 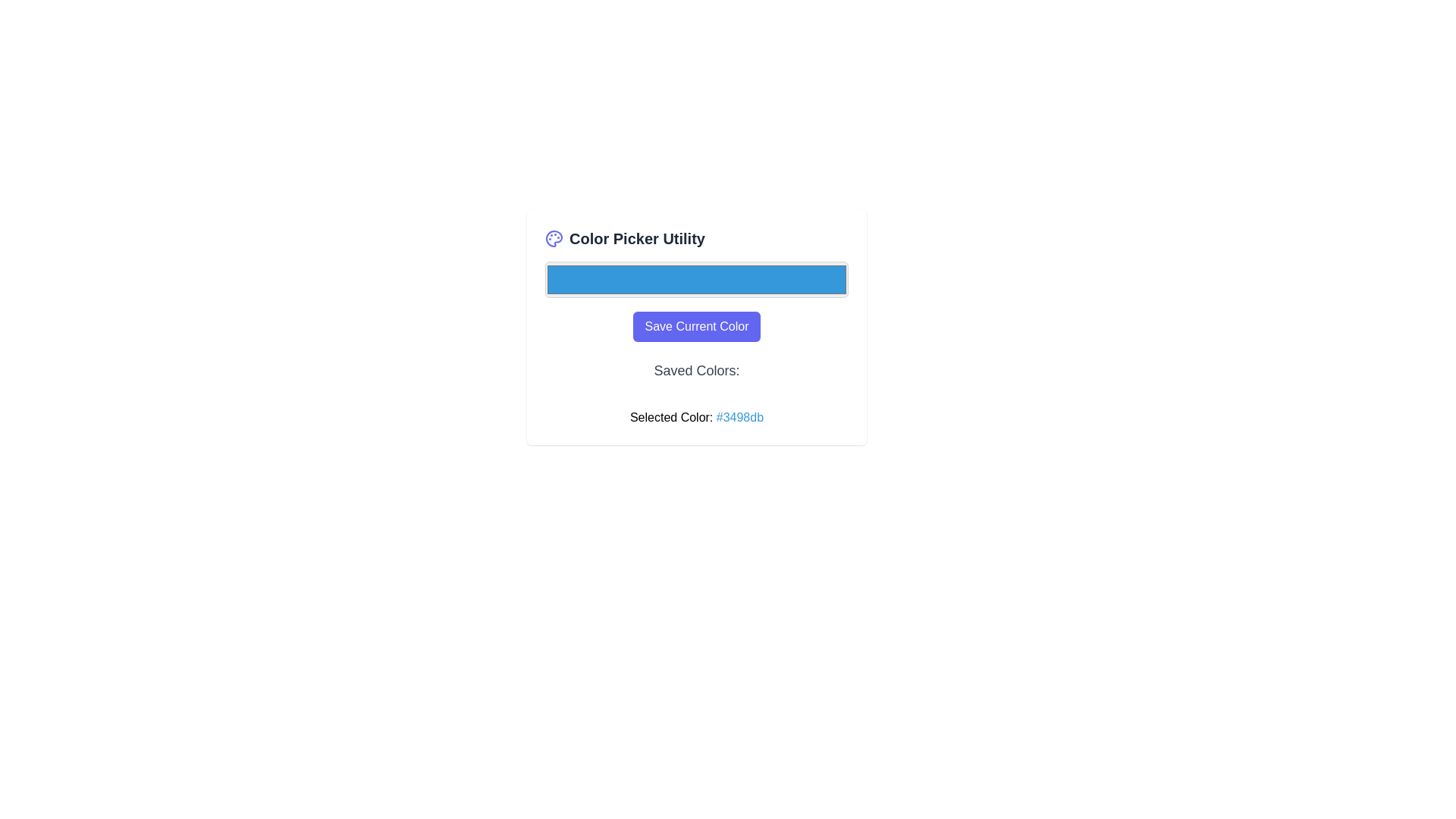 I want to click on the header or label text that indicates saved color options, located between the 'Save Current Color' button and the 'Selected Color: #3498db' label, so click(x=695, y=375).